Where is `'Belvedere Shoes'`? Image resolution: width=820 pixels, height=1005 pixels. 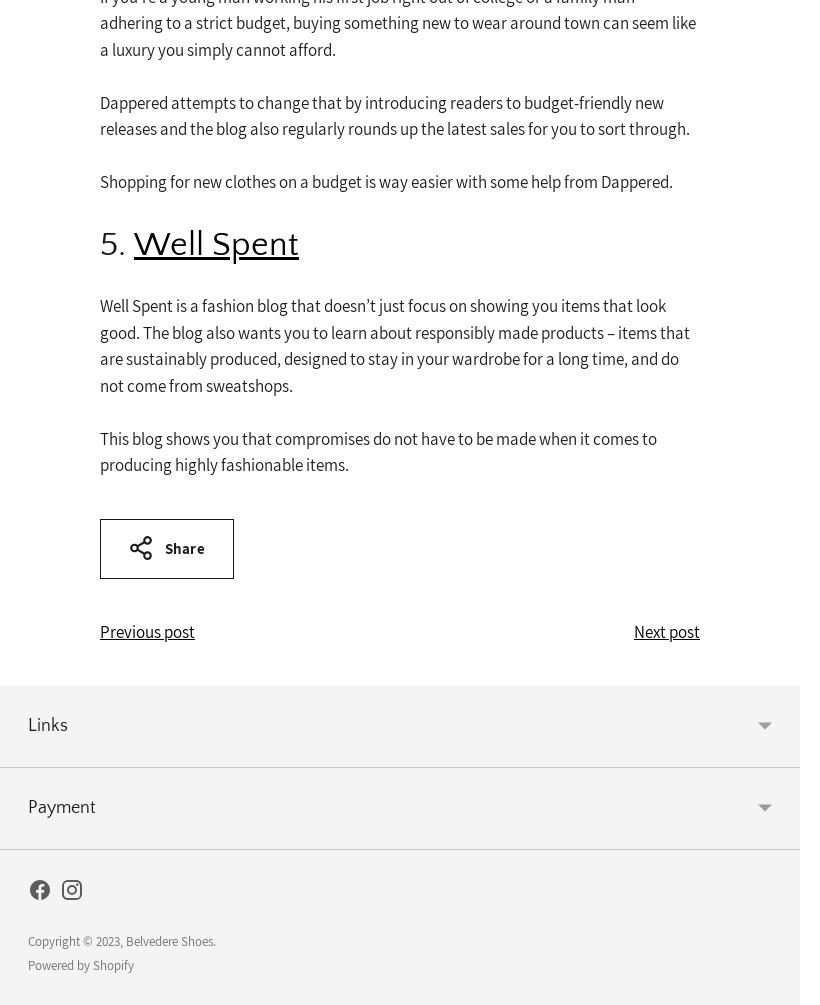 'Belvedere Shoes' is located at coordinates (169, 939).